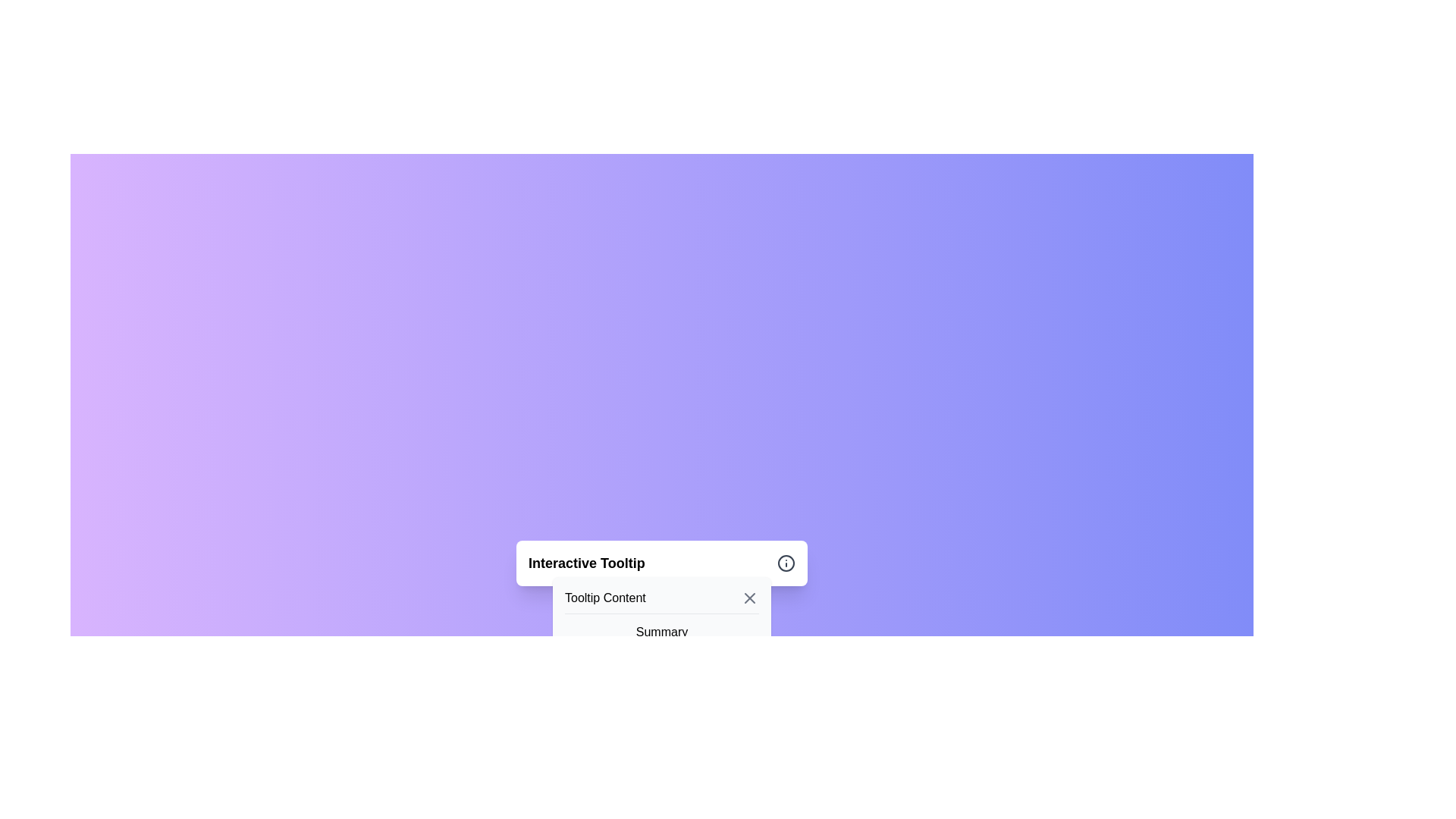 This screenshot has width=1456, height=819. What do you see at coordinates (786, 563) in the screenshot?
I see `the information tooltip icon, which is a small circular icon located to the right of the 'Interactive Tooltip' text` at bounding box center [786, 563].